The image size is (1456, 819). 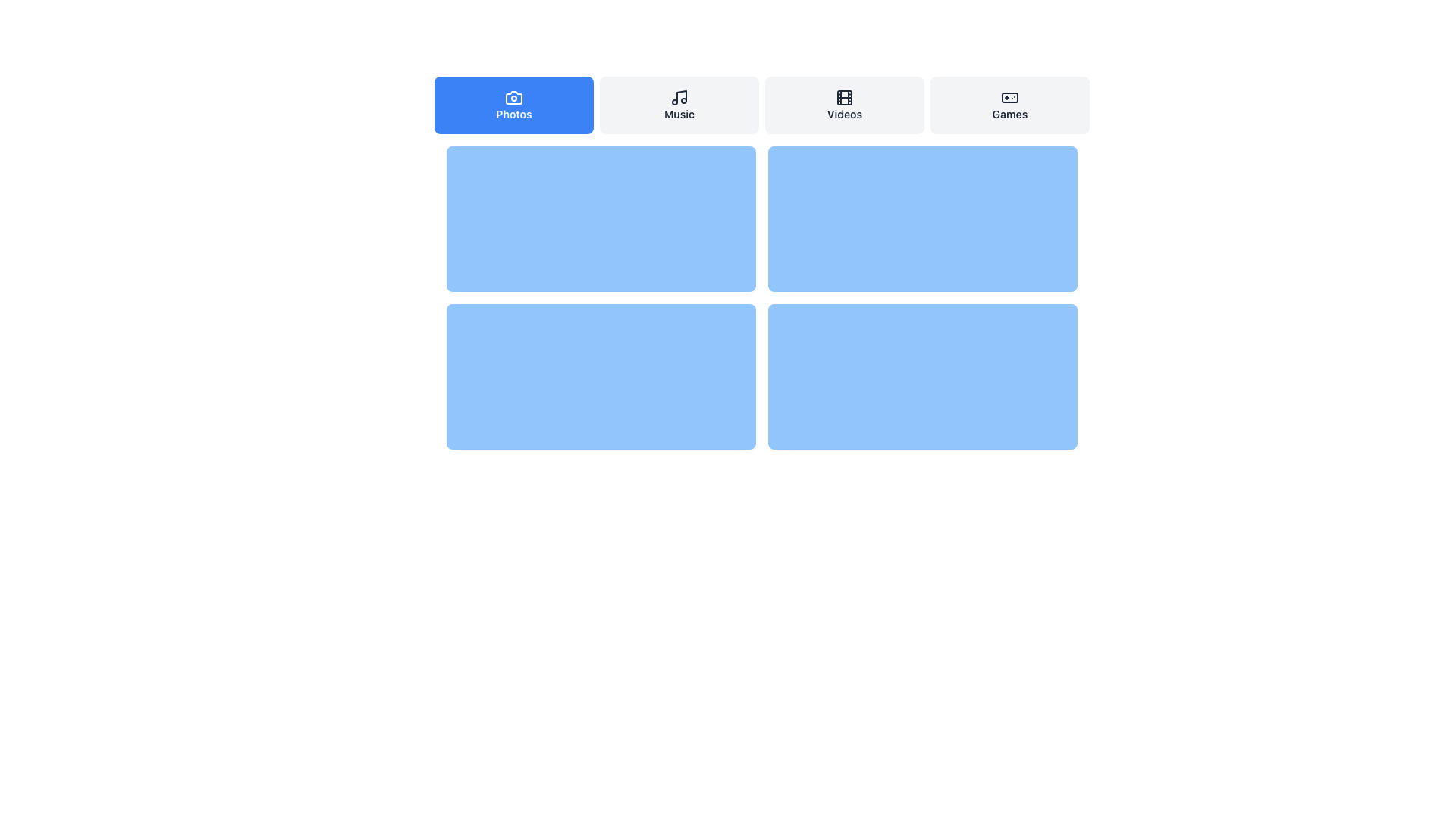 What do you see at coordinates (679, 97) in the screenshot?
I see `the music note icon, which is part of the 'Music' button located between the 'Photos' and 'Videos' buttons in the top navigation` at bounding box center [679, 97].